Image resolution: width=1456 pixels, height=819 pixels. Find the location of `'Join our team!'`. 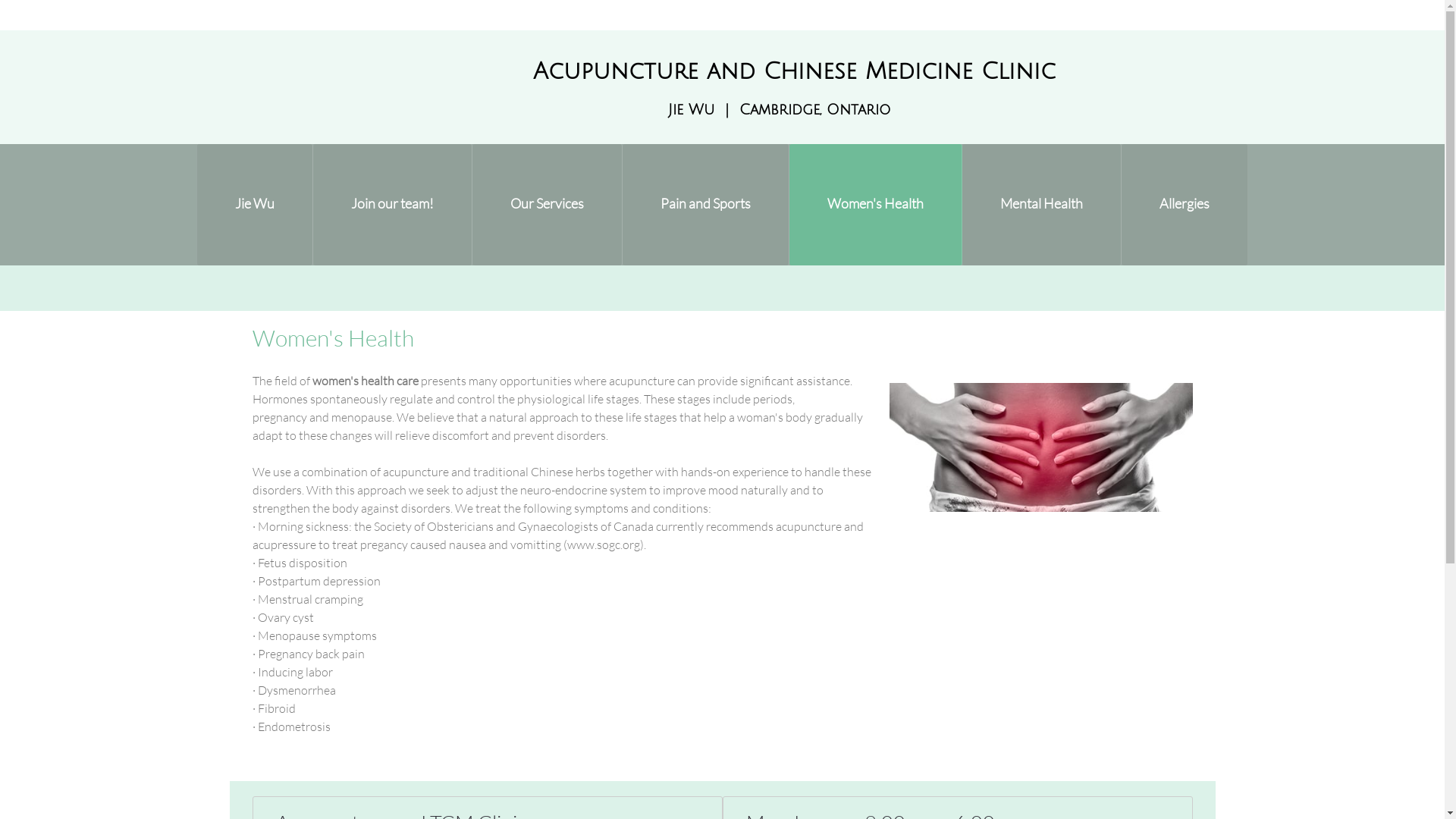

'Join our team!' is located at coordinates (393, 205).